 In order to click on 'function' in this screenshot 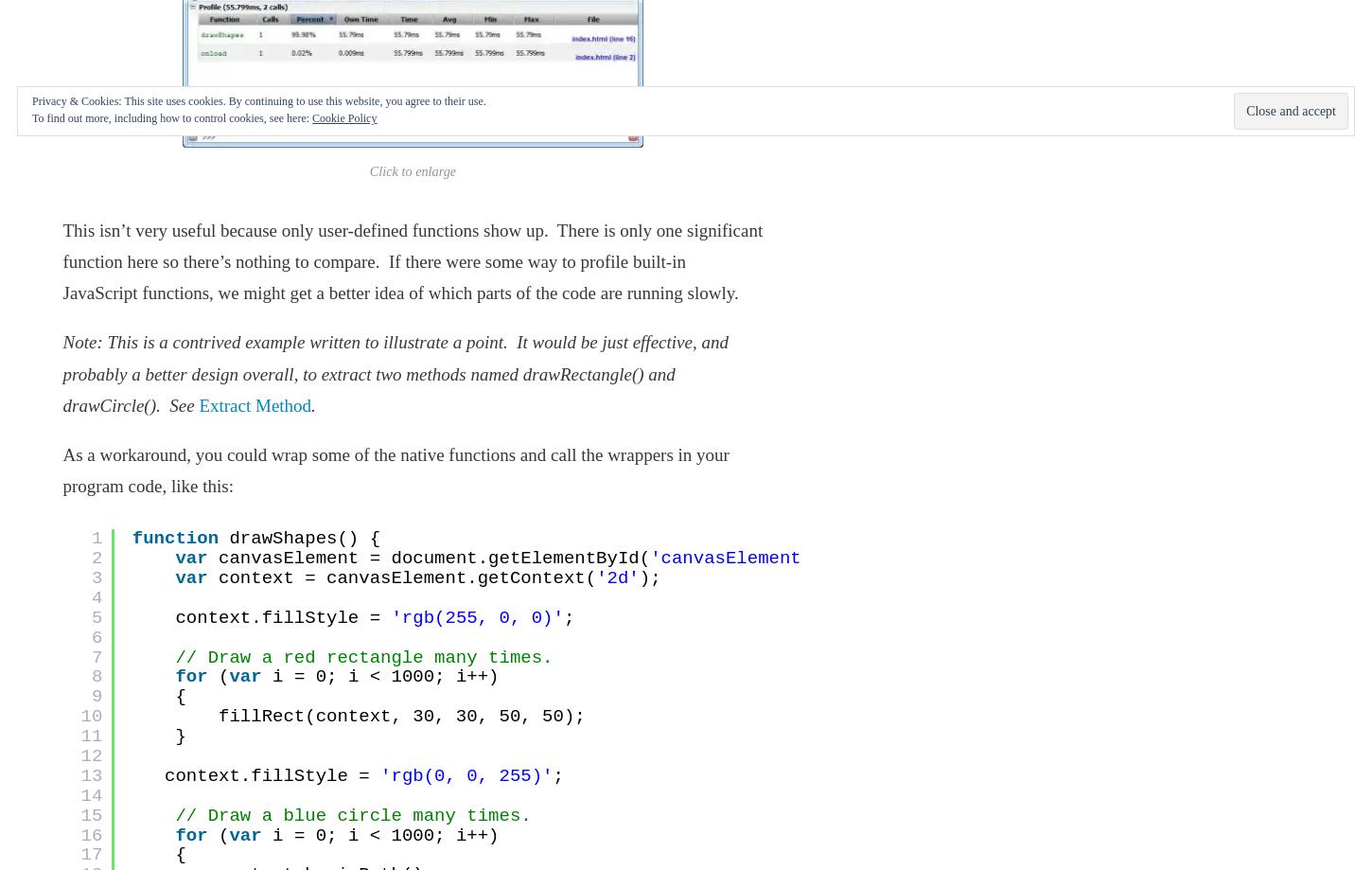, I will do `click(174, 539)`.